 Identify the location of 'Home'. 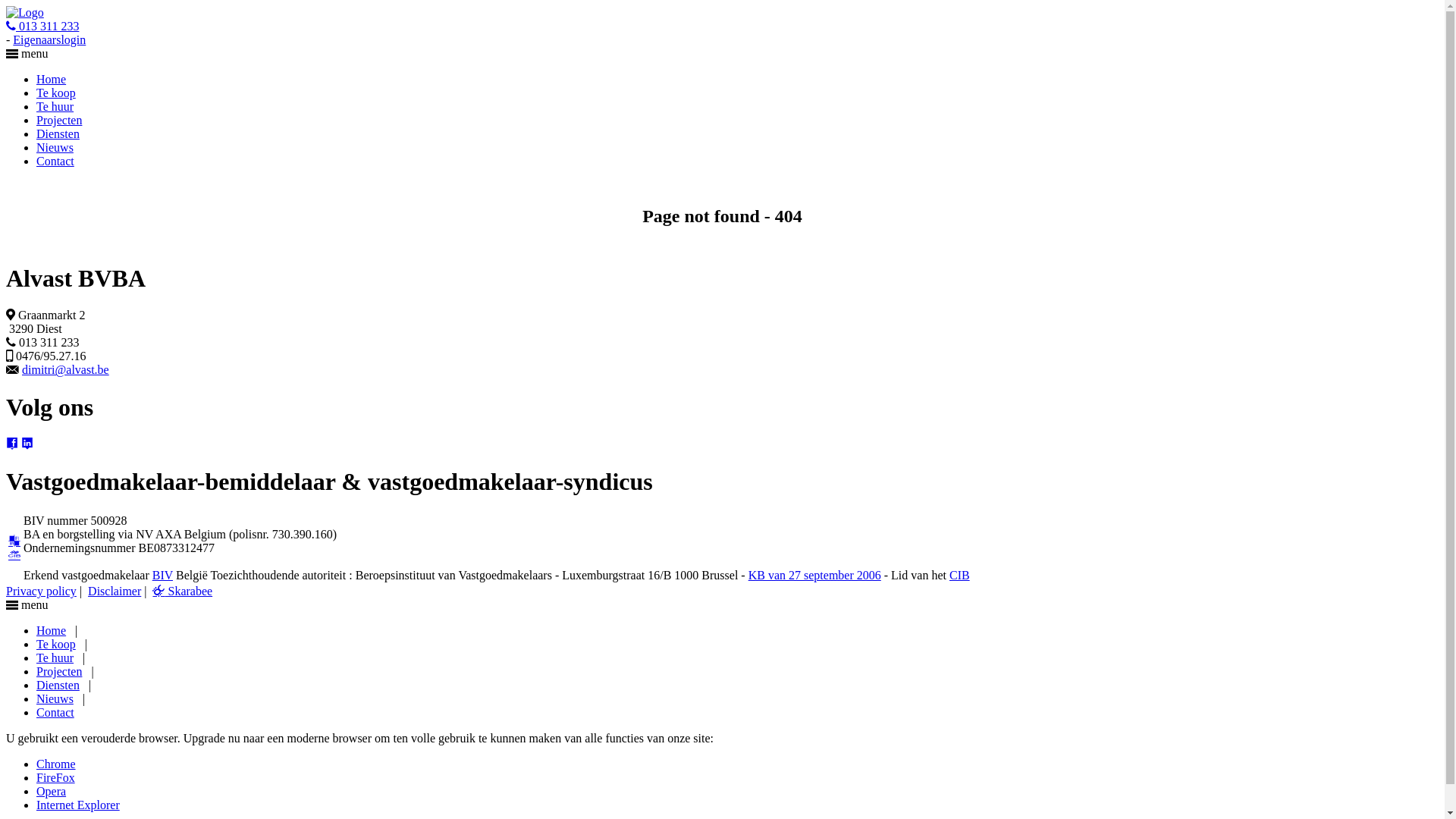
(36, 630).